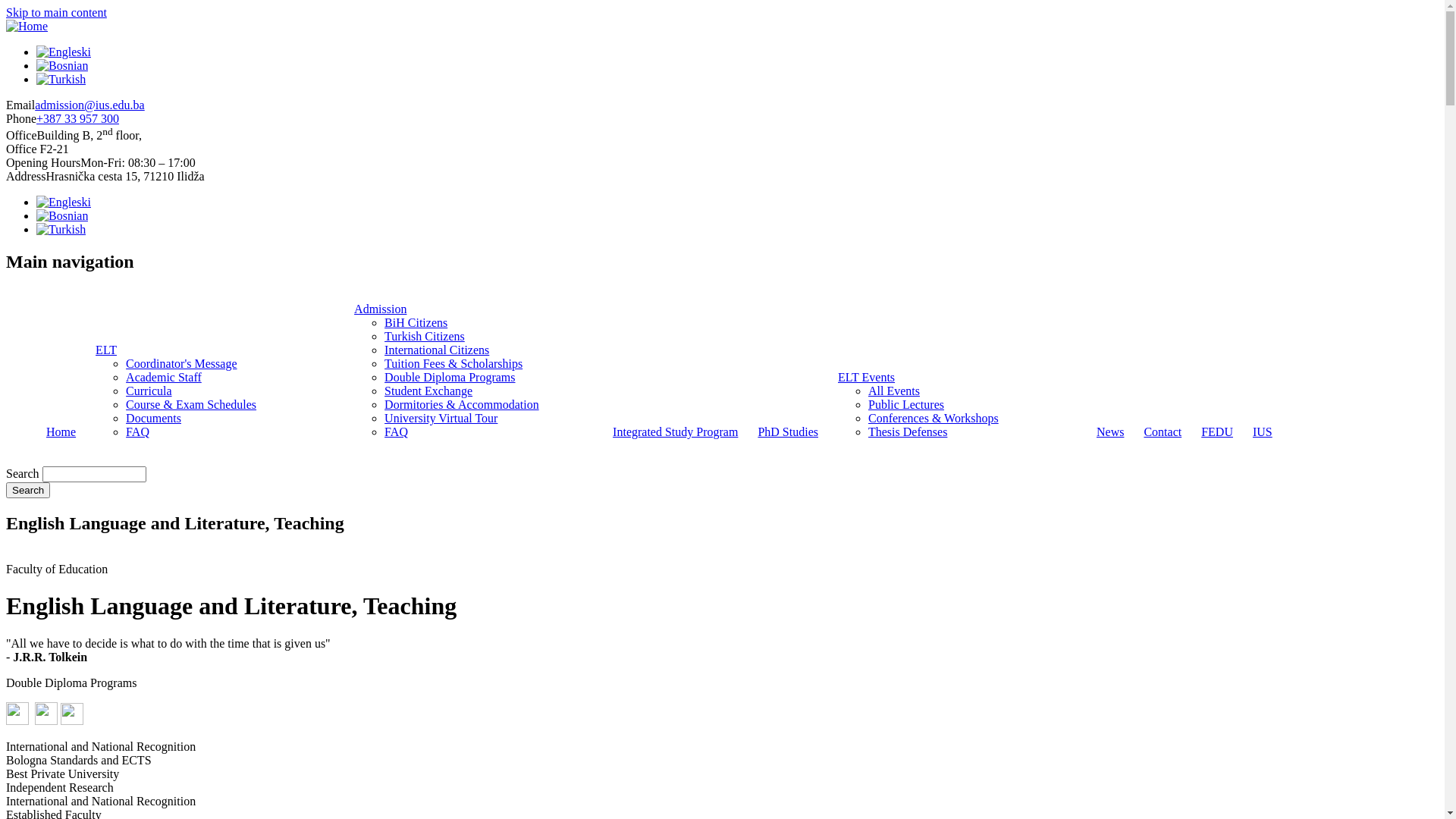 This screenshot has width=1456, height=819. Describe the element at coordinates (46, 720) in the screenshot. I see `'    '` at that location.